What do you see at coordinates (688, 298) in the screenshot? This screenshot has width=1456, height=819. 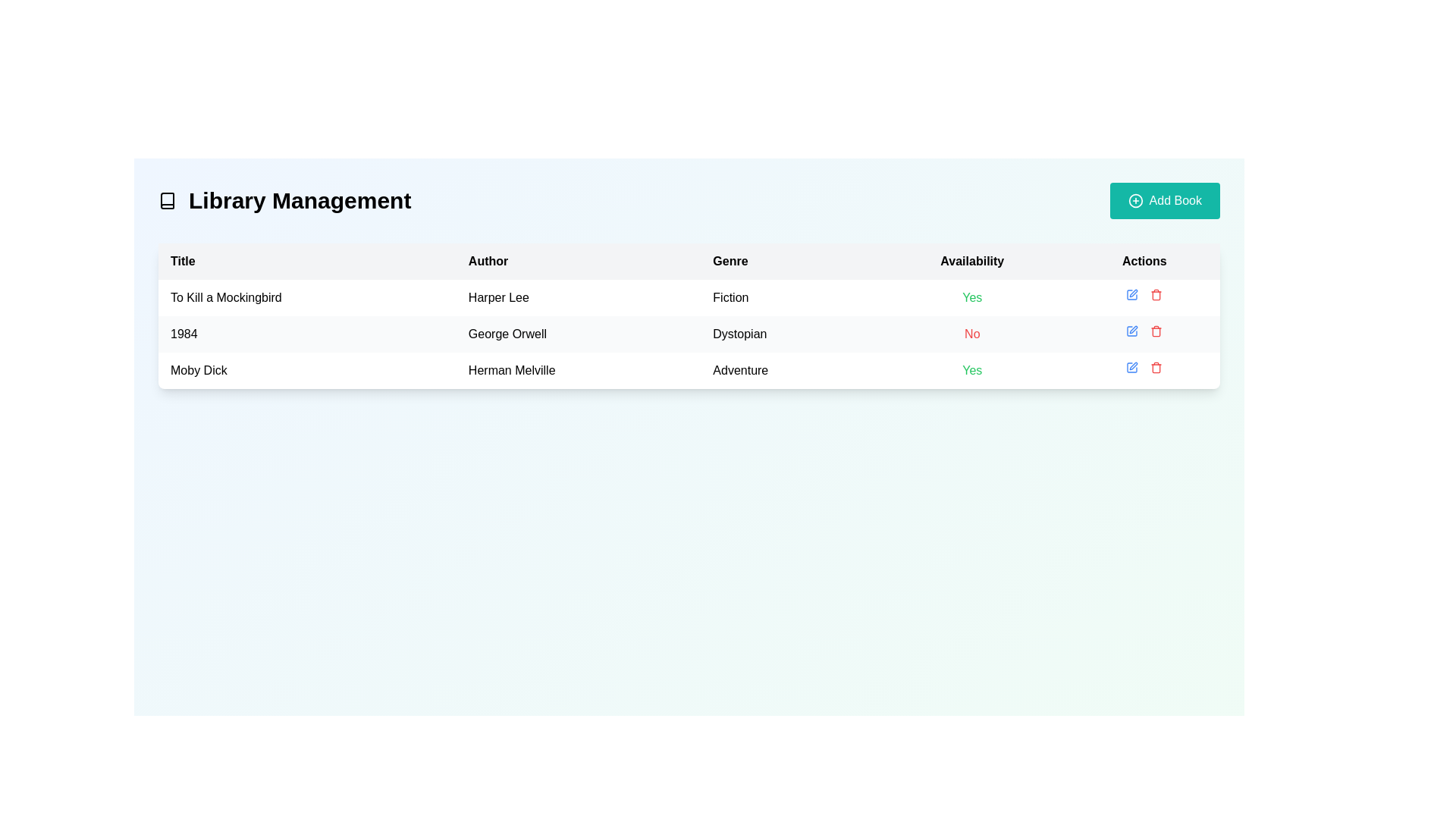 I see `the first row of the table summarizing the details of the book 'To Kill a Mockingbird'` at bounding box center [688, 298].